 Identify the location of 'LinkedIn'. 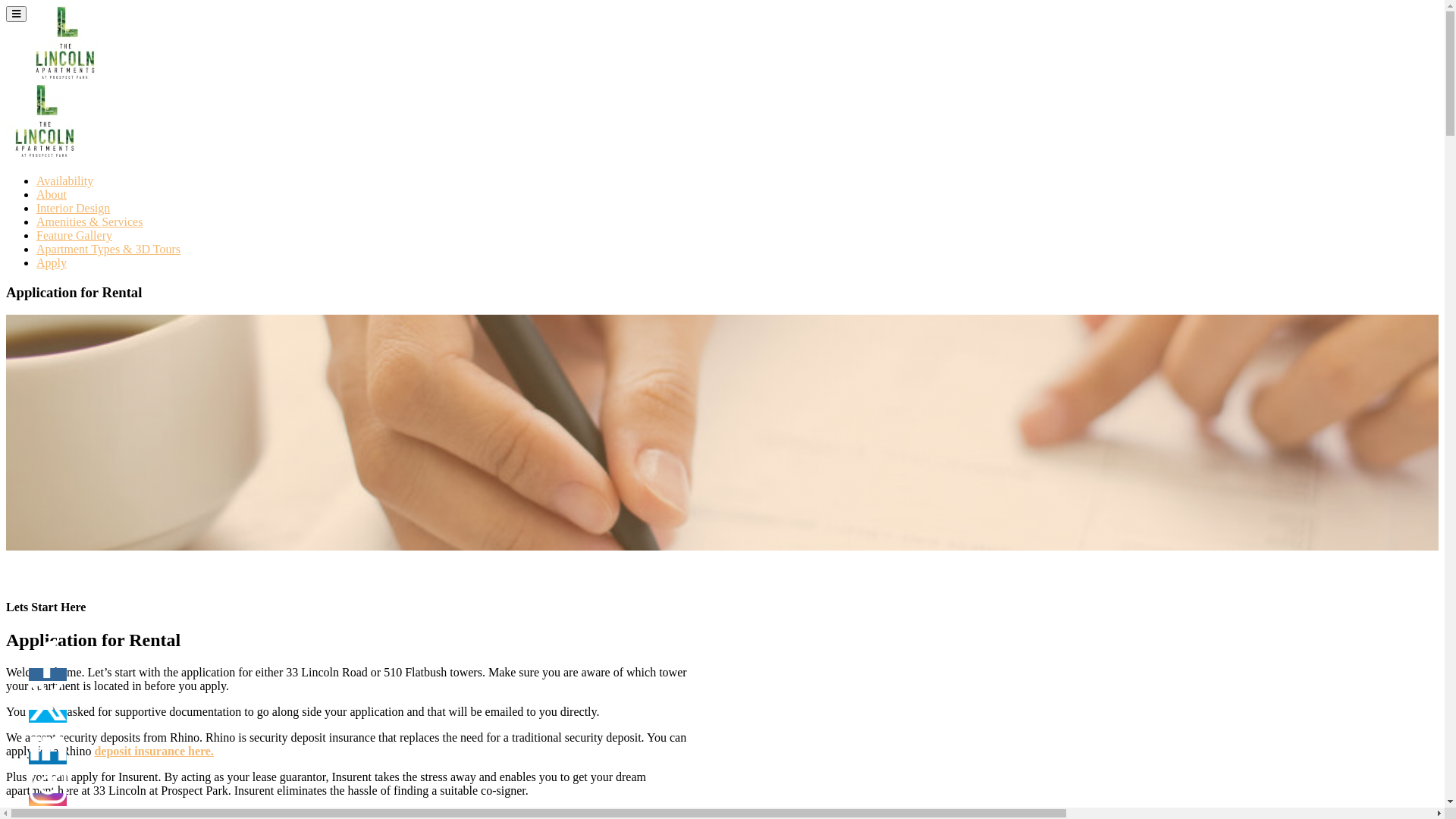
(47, 742).